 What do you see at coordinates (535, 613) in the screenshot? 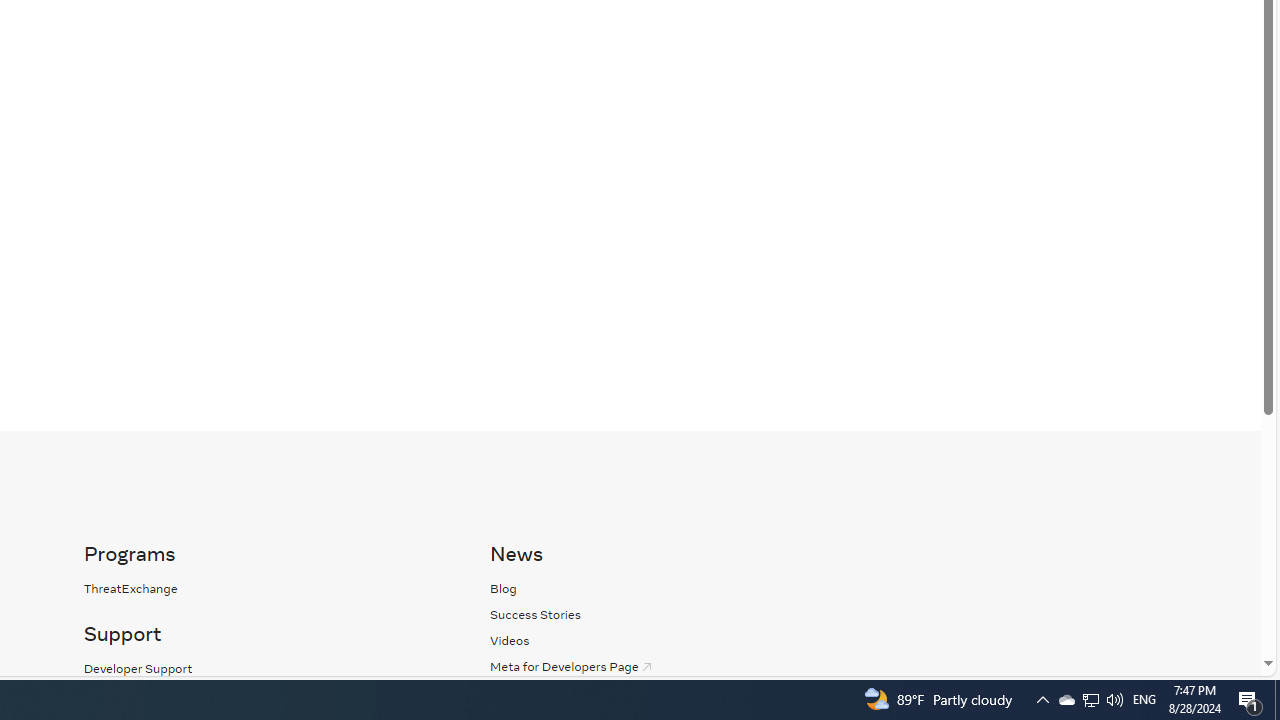
I see `'Success Stories'` at bounding box center [535, 613].